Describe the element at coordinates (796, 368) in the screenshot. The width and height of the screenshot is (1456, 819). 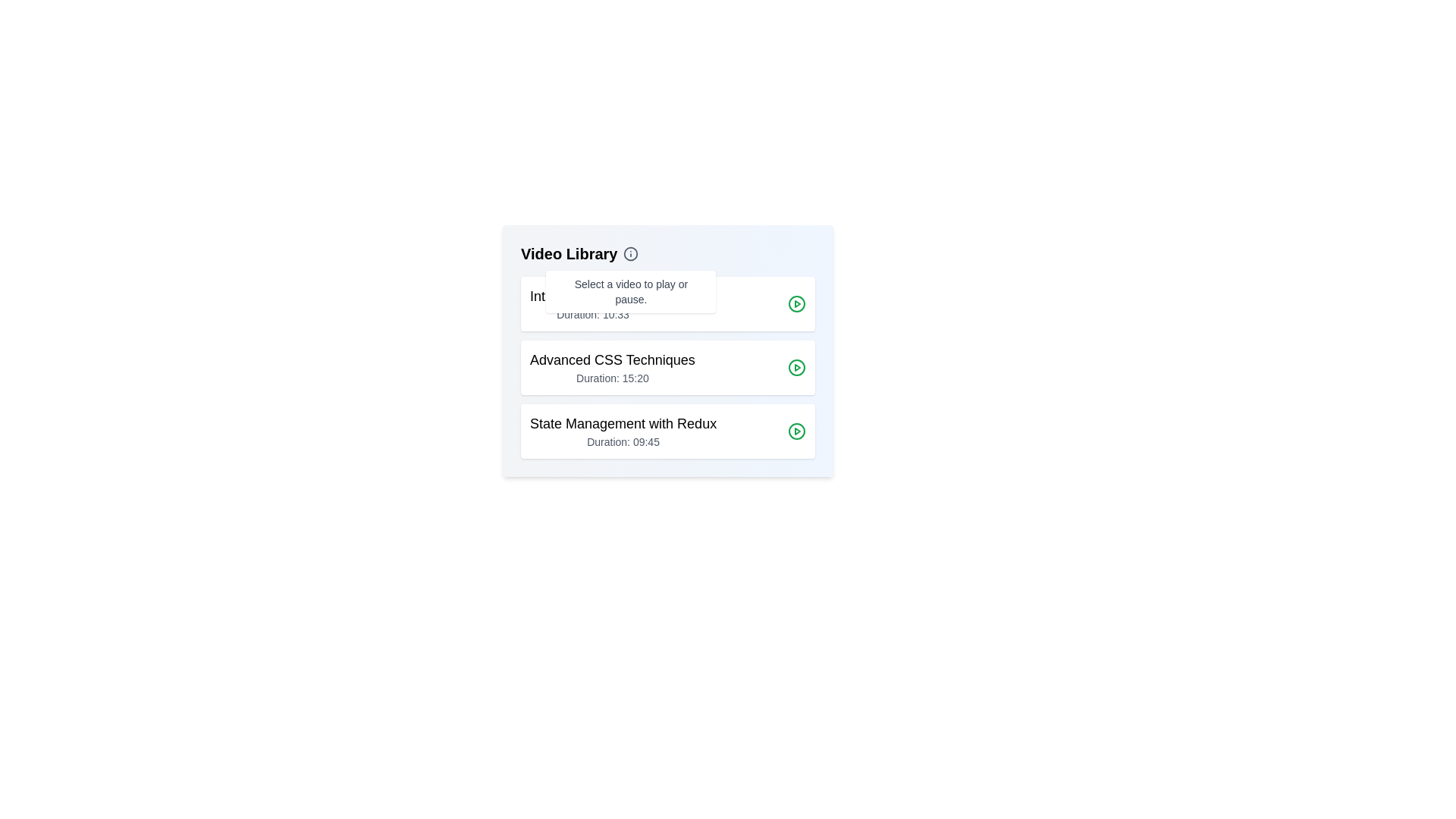
I see `the circular play button with a green outline and triangular play symbol located at the far-right side of the 'Advanced CSS Techniques' video card` at that location.